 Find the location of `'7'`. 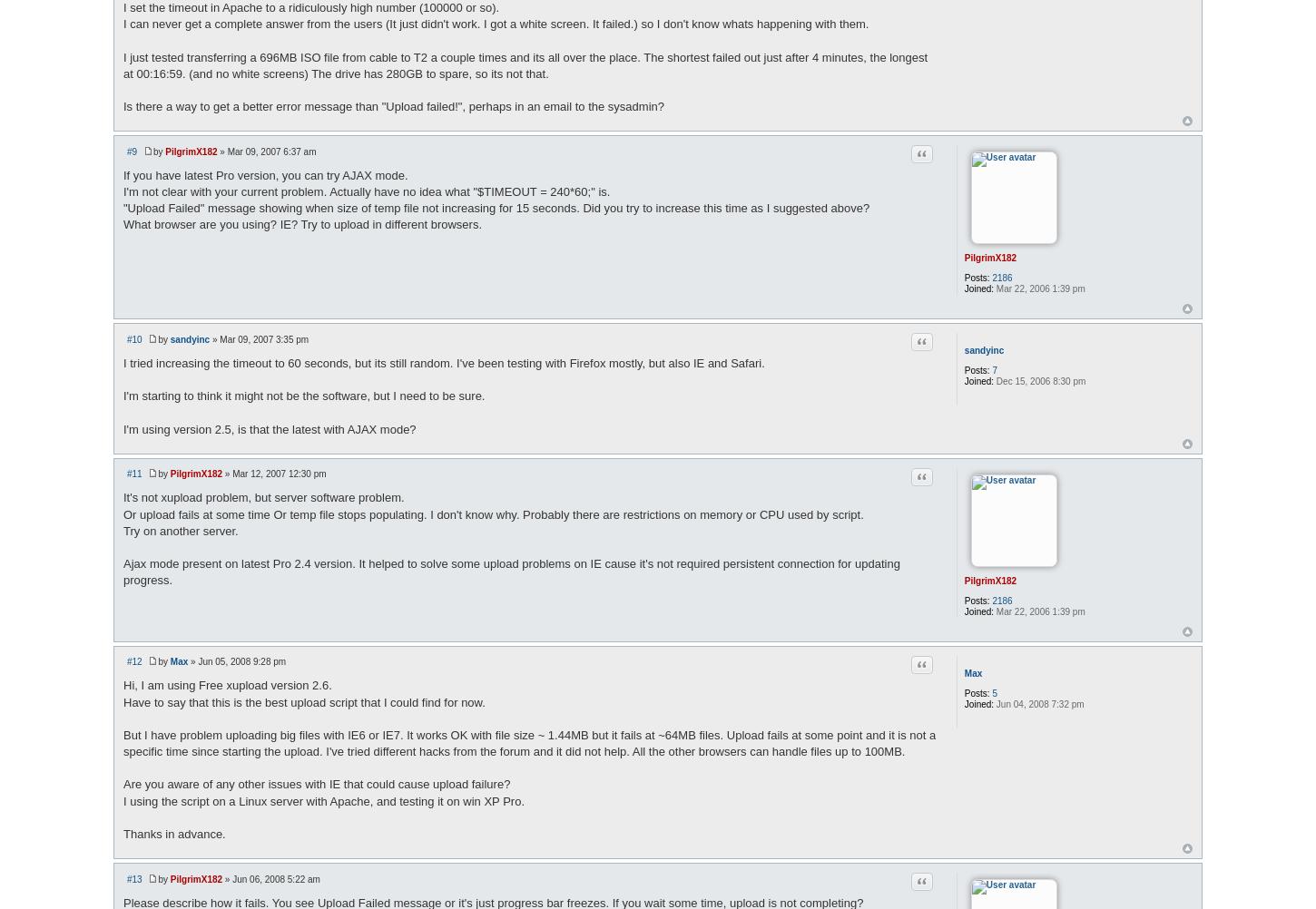

'7' is located at coordinates (991, 370).